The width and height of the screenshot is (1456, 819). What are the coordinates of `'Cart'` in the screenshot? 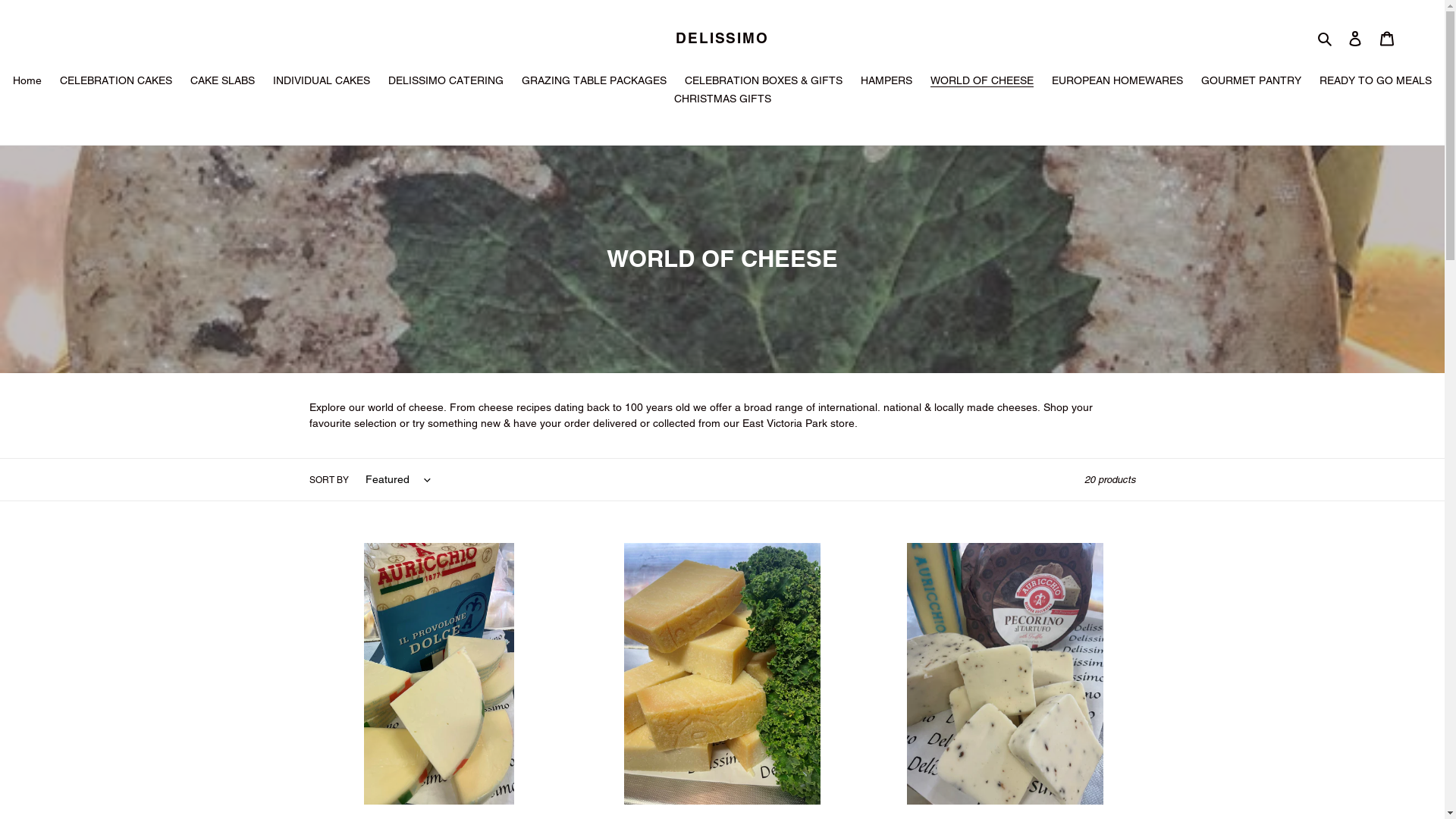 It's located at (1386, 37).